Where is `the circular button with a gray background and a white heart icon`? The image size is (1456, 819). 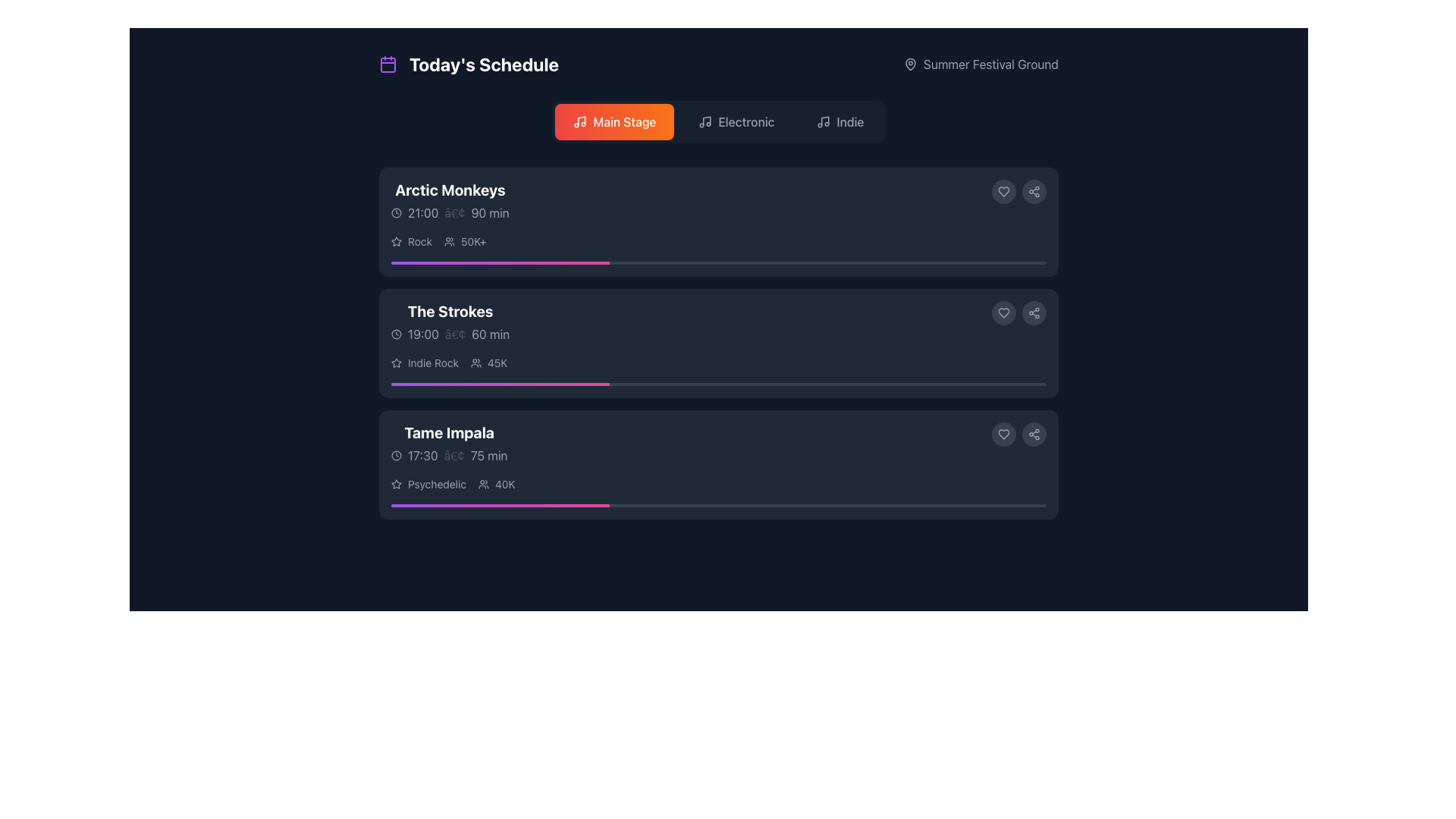
the circular button with a gray background and a white heart icon is located at coordinates (1004, 435).